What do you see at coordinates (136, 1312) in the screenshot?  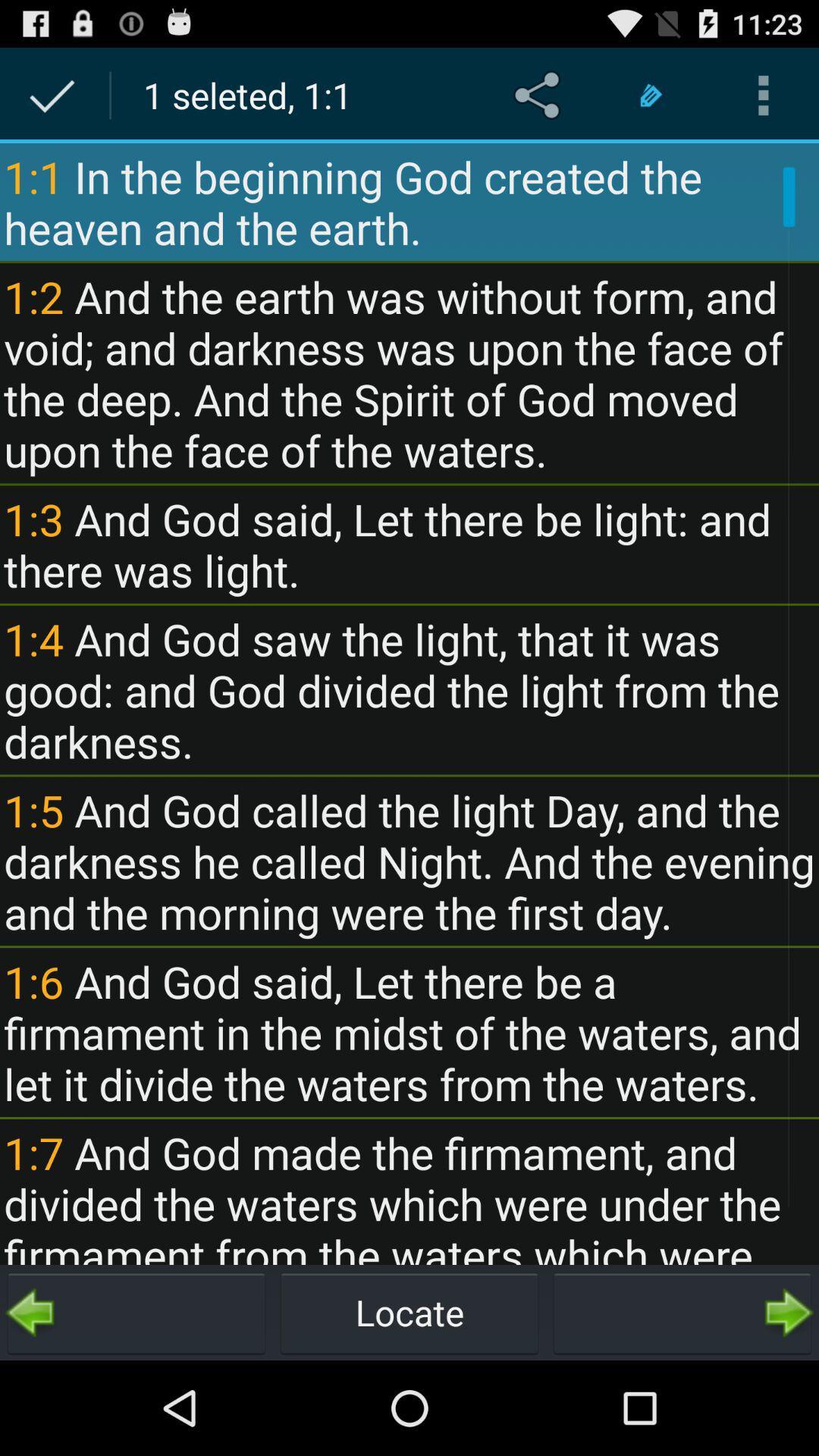 I see `item to the left of the locate item` at bounding box center [136, 1312].